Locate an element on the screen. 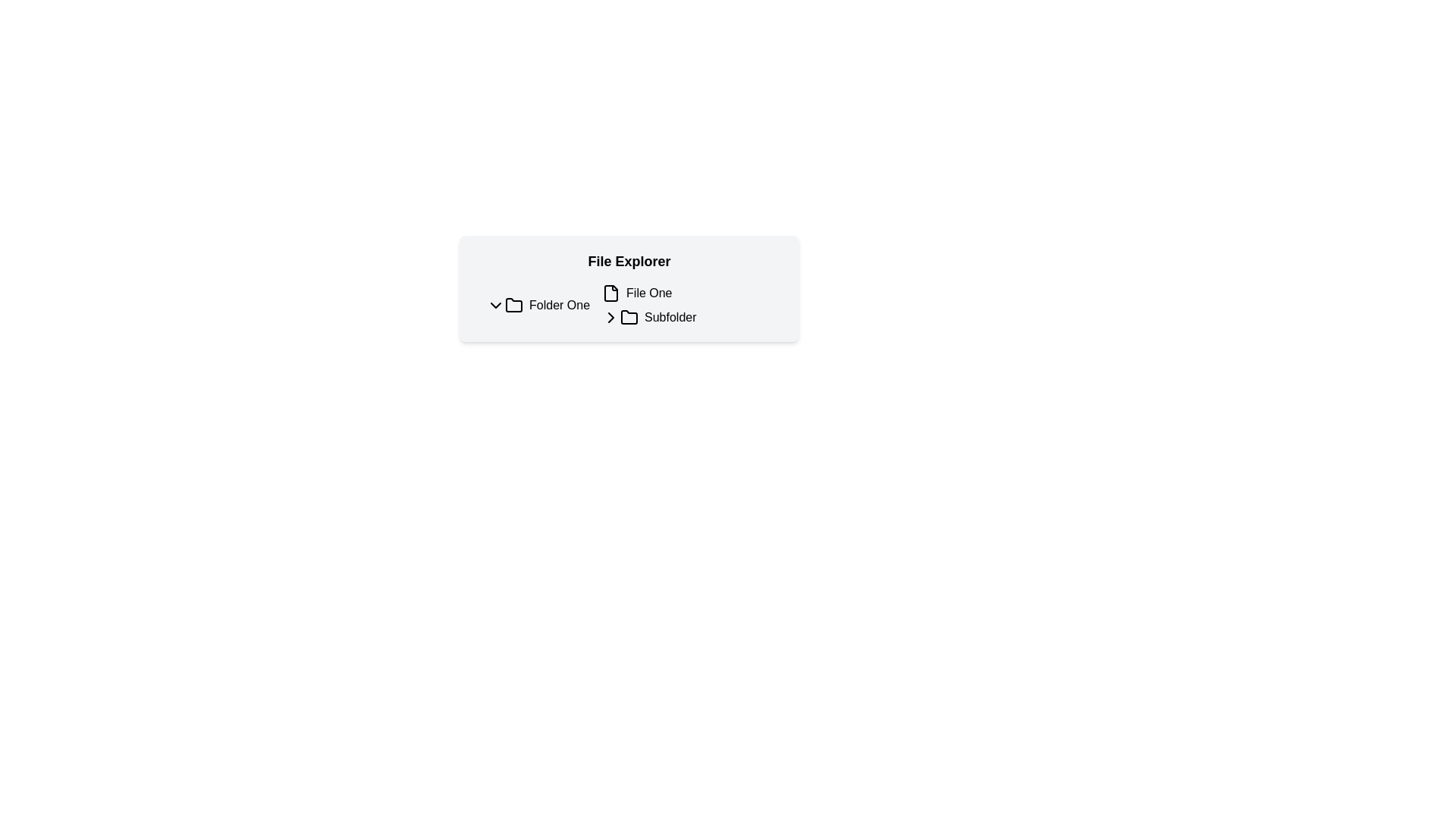  the third text label that identifies the subfolder in the horizontal arrangement of elements is located at coordinates (669, 317).